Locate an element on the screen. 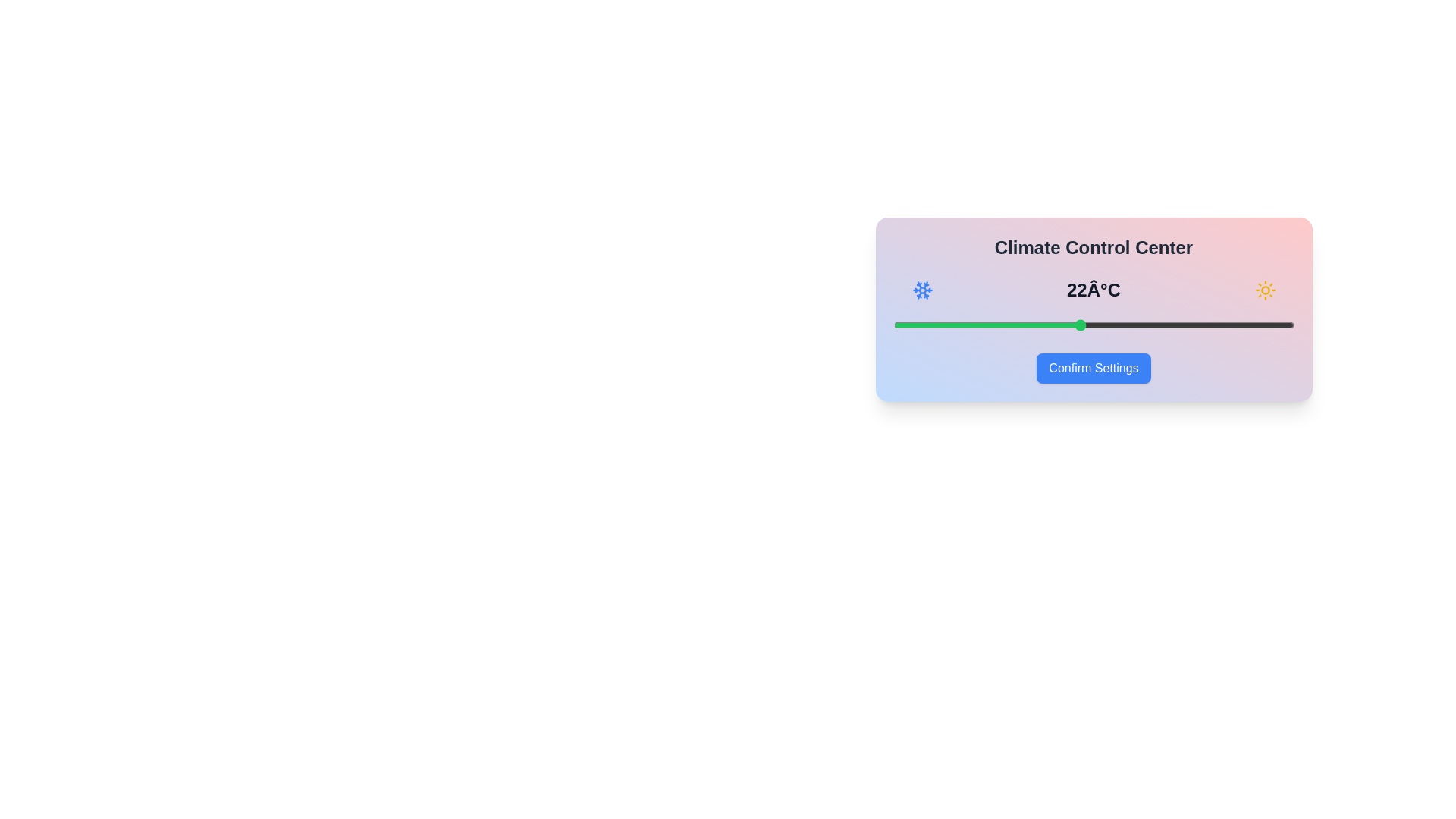  the temperature to 15°C using the slider is located at coordinates (893, 324).